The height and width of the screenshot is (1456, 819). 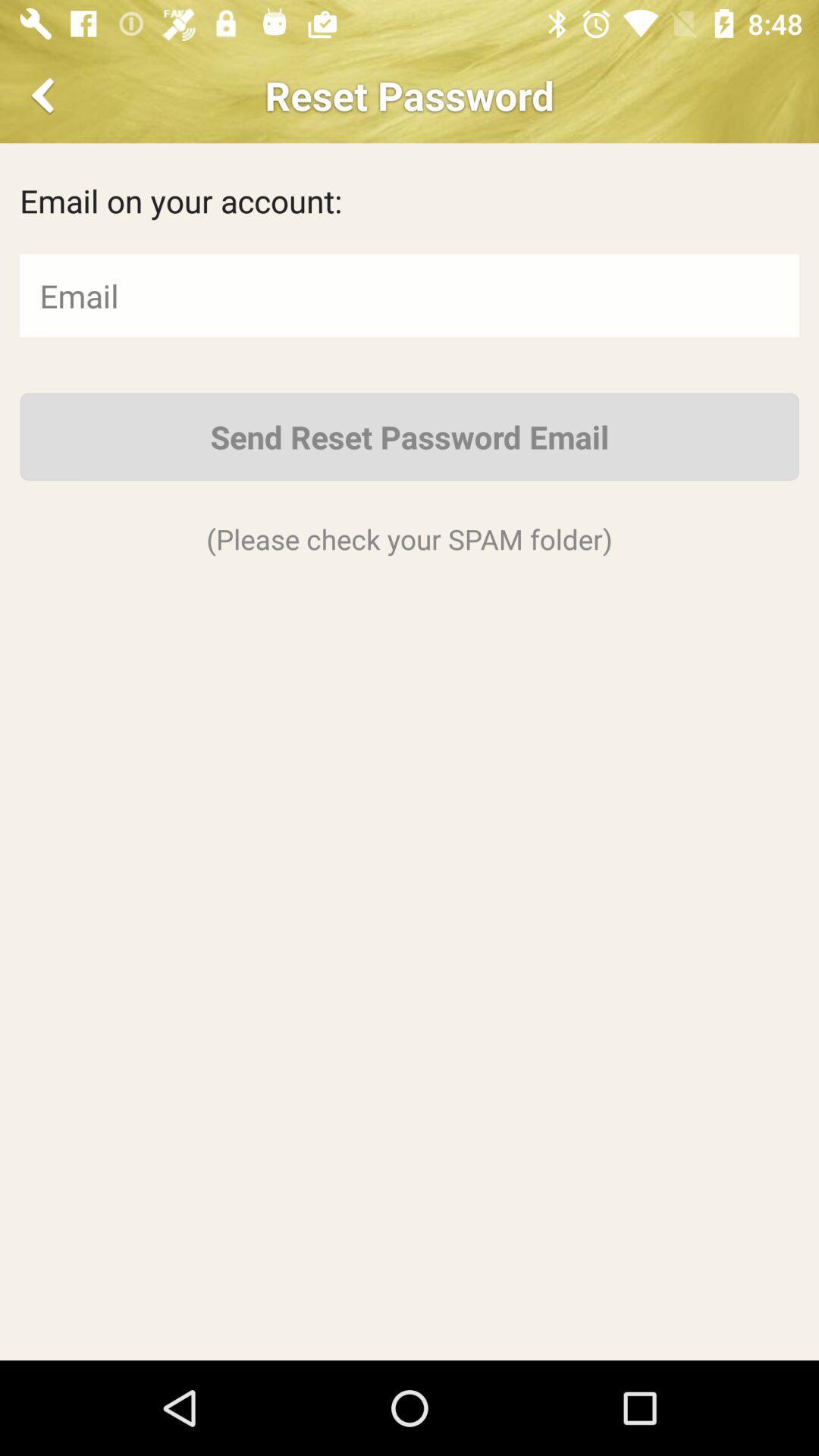 What do you see at coordinates (409, 295) in the screenshot?
I see `input your email address` at bounding box center [409, 295].